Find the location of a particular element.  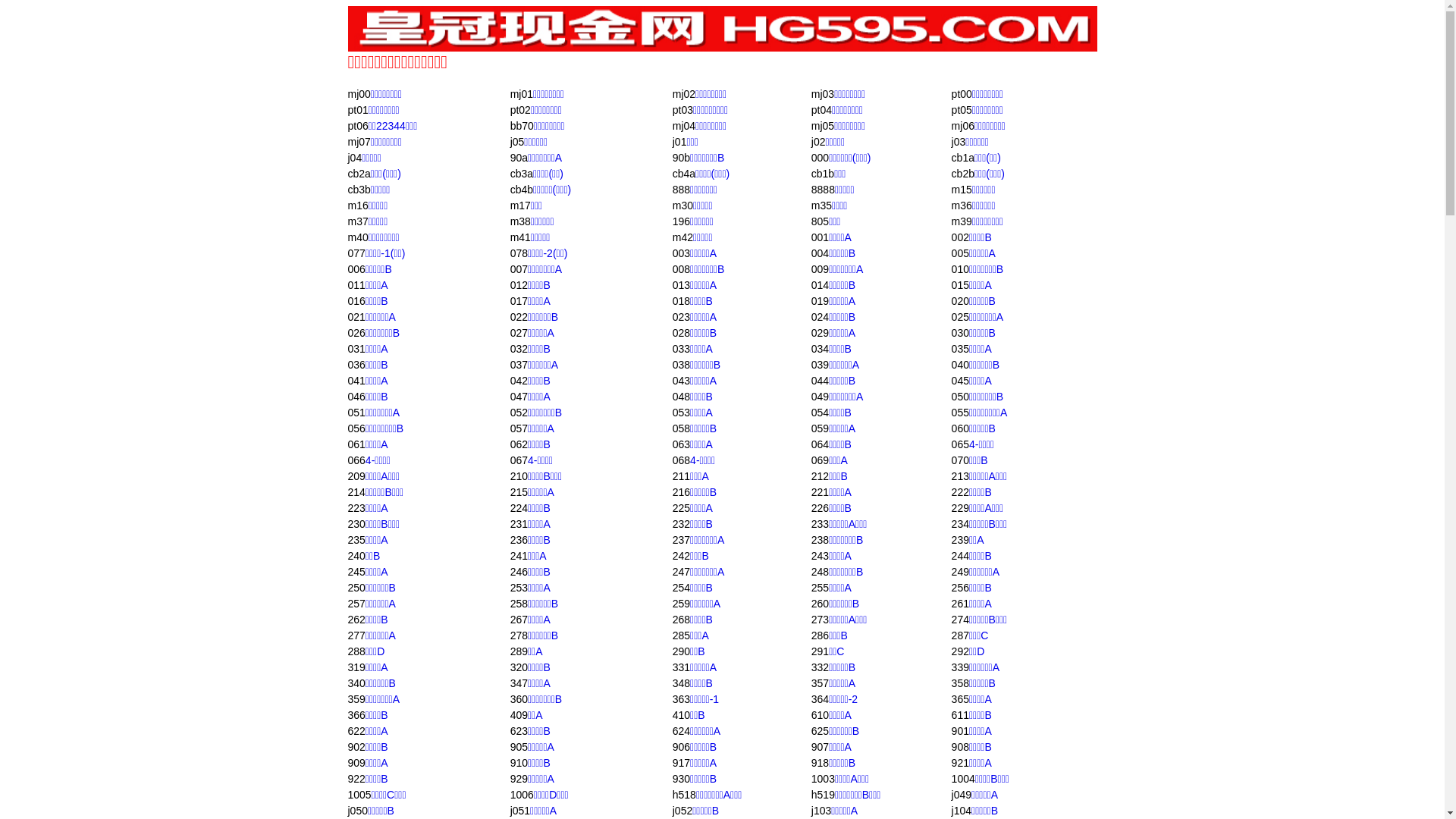

'm40' is located at coordinates (356, 237).